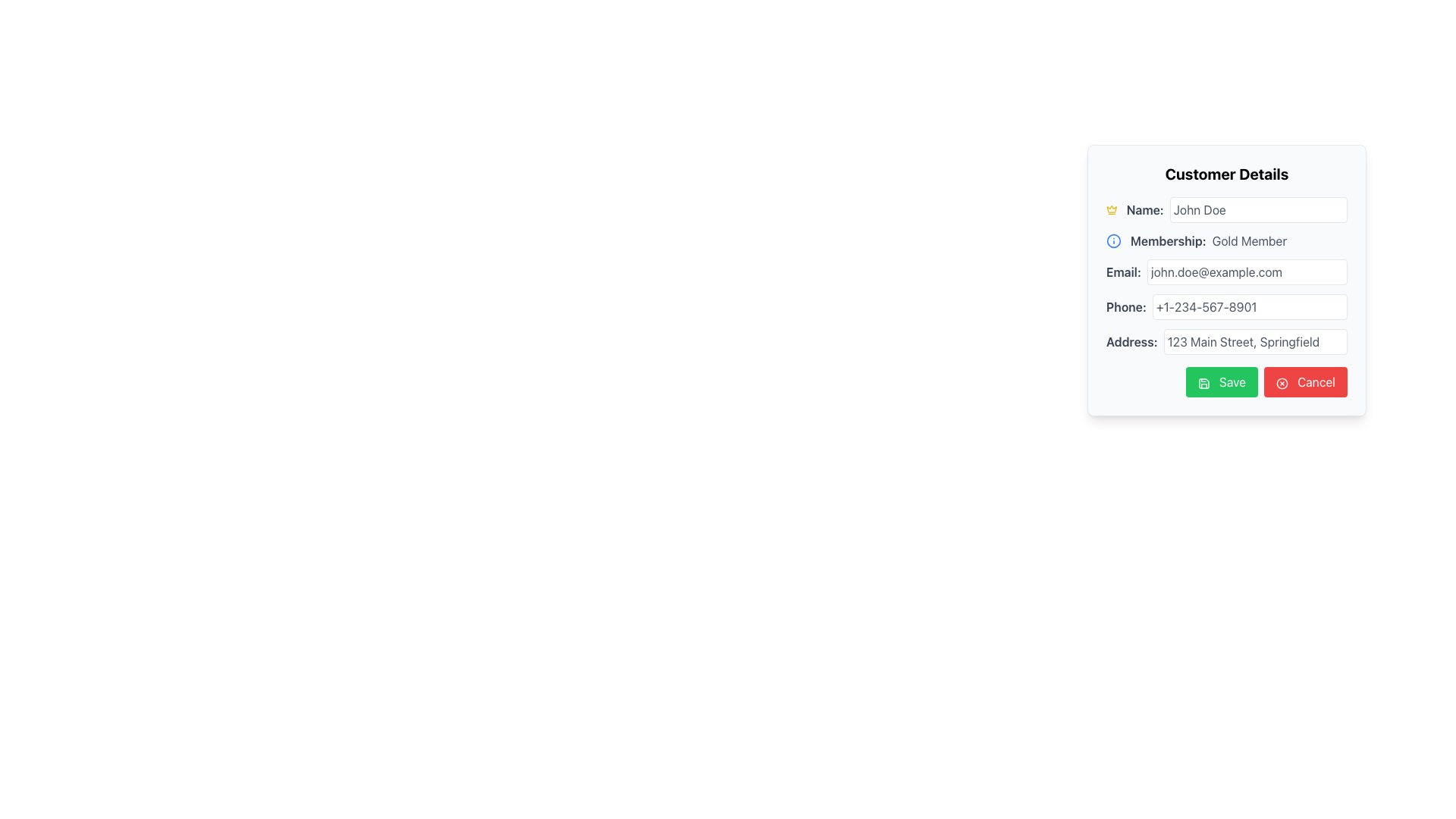 The width and height of the screenshot is (1456, 819). What do you see at coordinates (1250, 307) in the screenshot?
I see `the text input field for the phone number, which is labeled 'Phone:' and contains the default text '+1-234-567-8901'` at bounding box center [1250, 307].